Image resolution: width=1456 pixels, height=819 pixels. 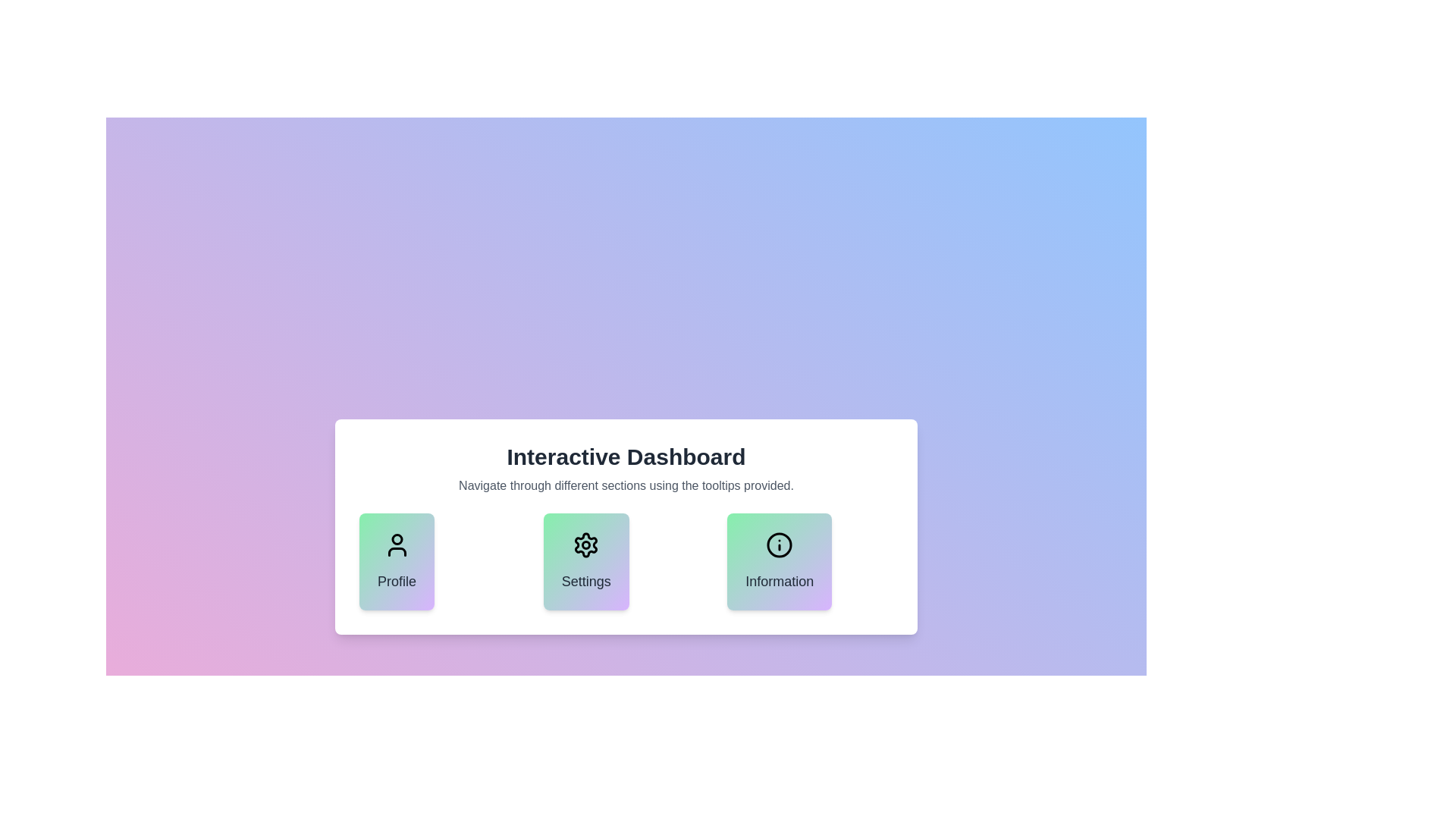 What do you see at coordinates (585, 561) in the screenshot?
I see `the 'Settings' button, which is a rectangular button with rounded corners, featuring a gradient background from green to purple and a settings gear icon above the text 'Settings'` at bounding box center [585, 561].